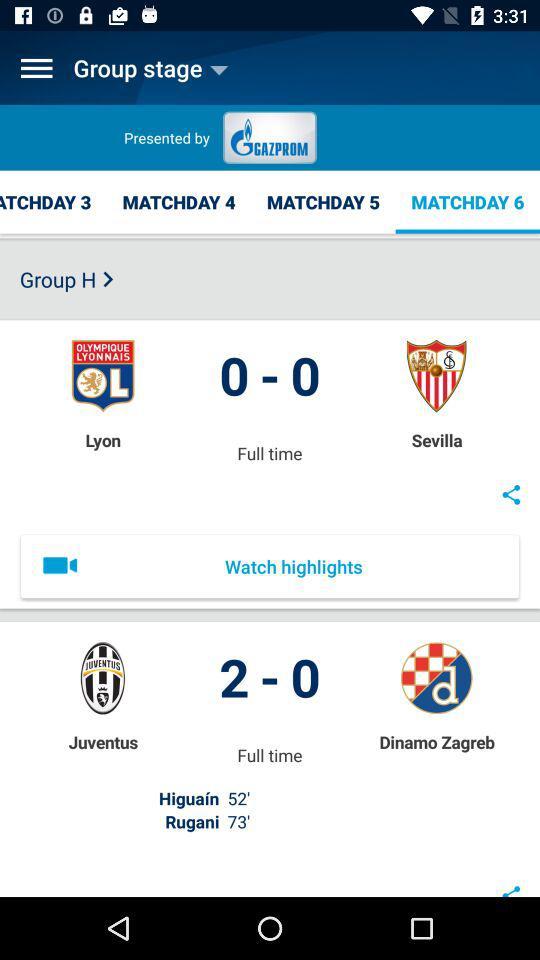 This screenshot has height=960, width=540. Describe the element at coordinates (36, 68) in the screenshot. I see `item above matchday 3 icon` at that location.